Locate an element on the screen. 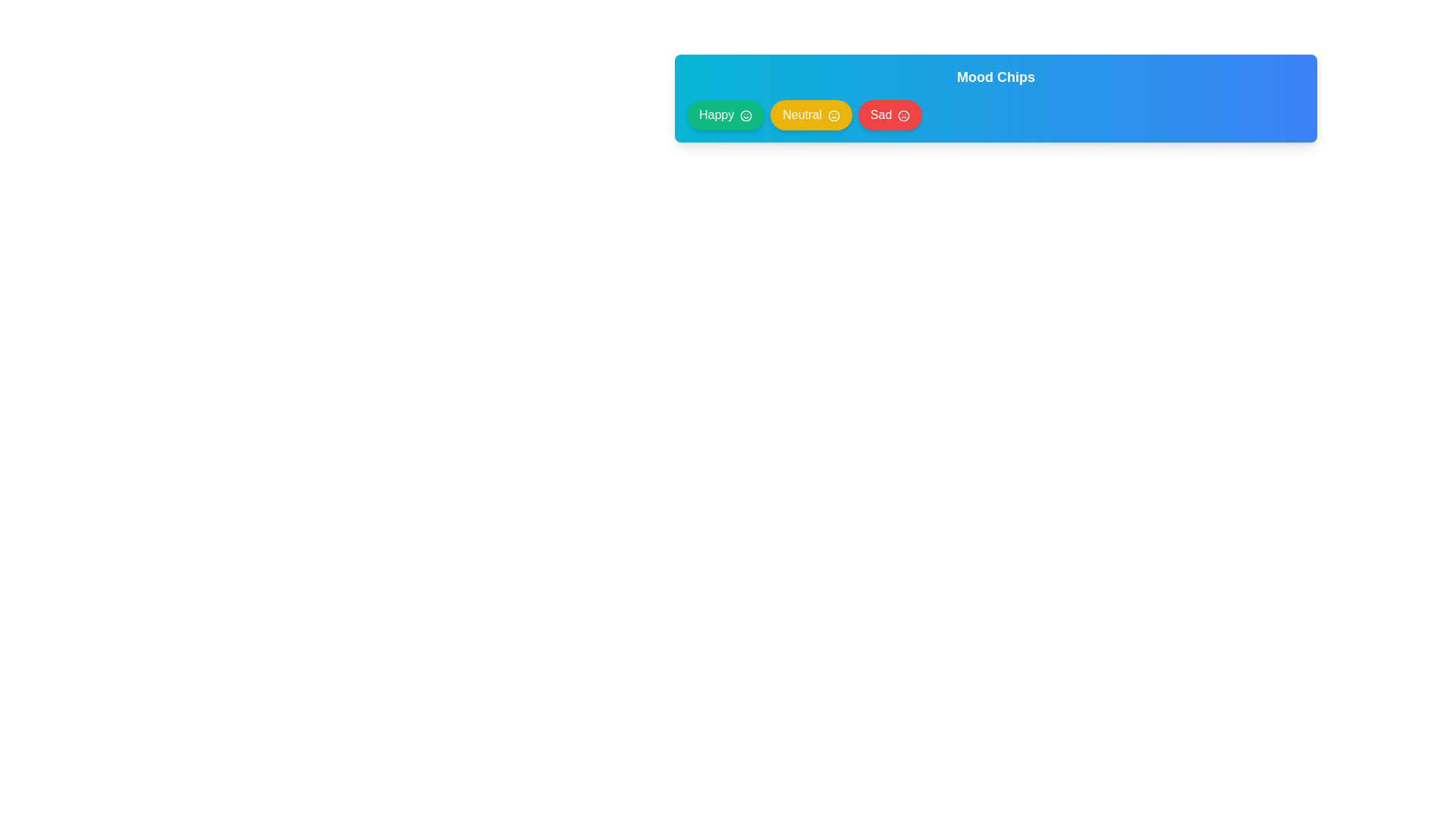 The width and height of the screenshot is (1456, 819). the smiley face icon located on the right side of the 'Happy' button, which has a green background and rounded corners, to potentially display a tooltip is located at coordinates (746, 115).